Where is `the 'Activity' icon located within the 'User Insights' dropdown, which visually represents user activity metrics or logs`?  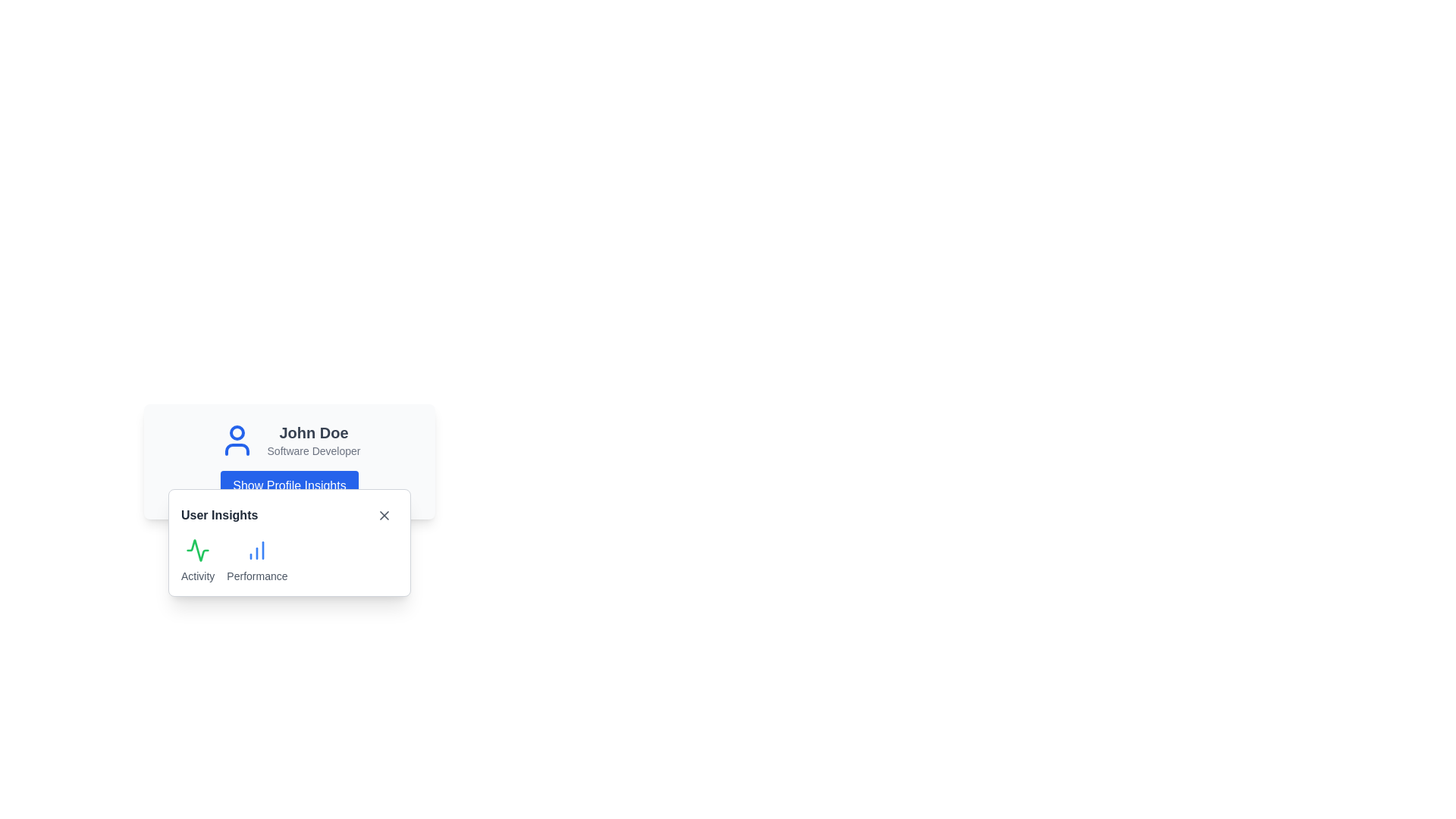
the 'Activity' icon located within the 'User Insights' dropdown, which visually represents user activity metrics or logs is located at coordinates (196, 550).